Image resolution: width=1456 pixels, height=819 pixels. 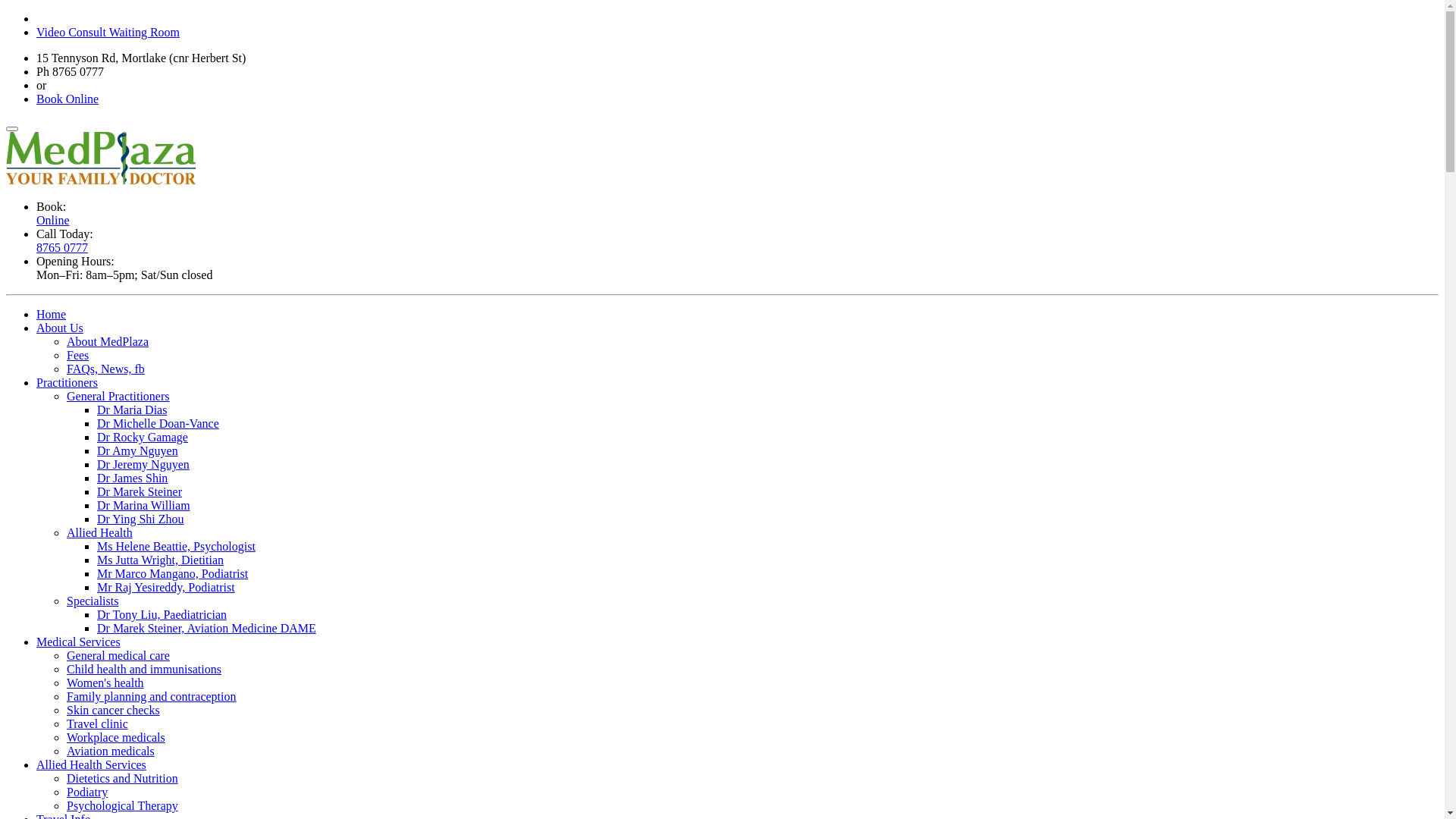 I want to click on 'Dr Ying Shi Zhou', so click(x=96, y=518).